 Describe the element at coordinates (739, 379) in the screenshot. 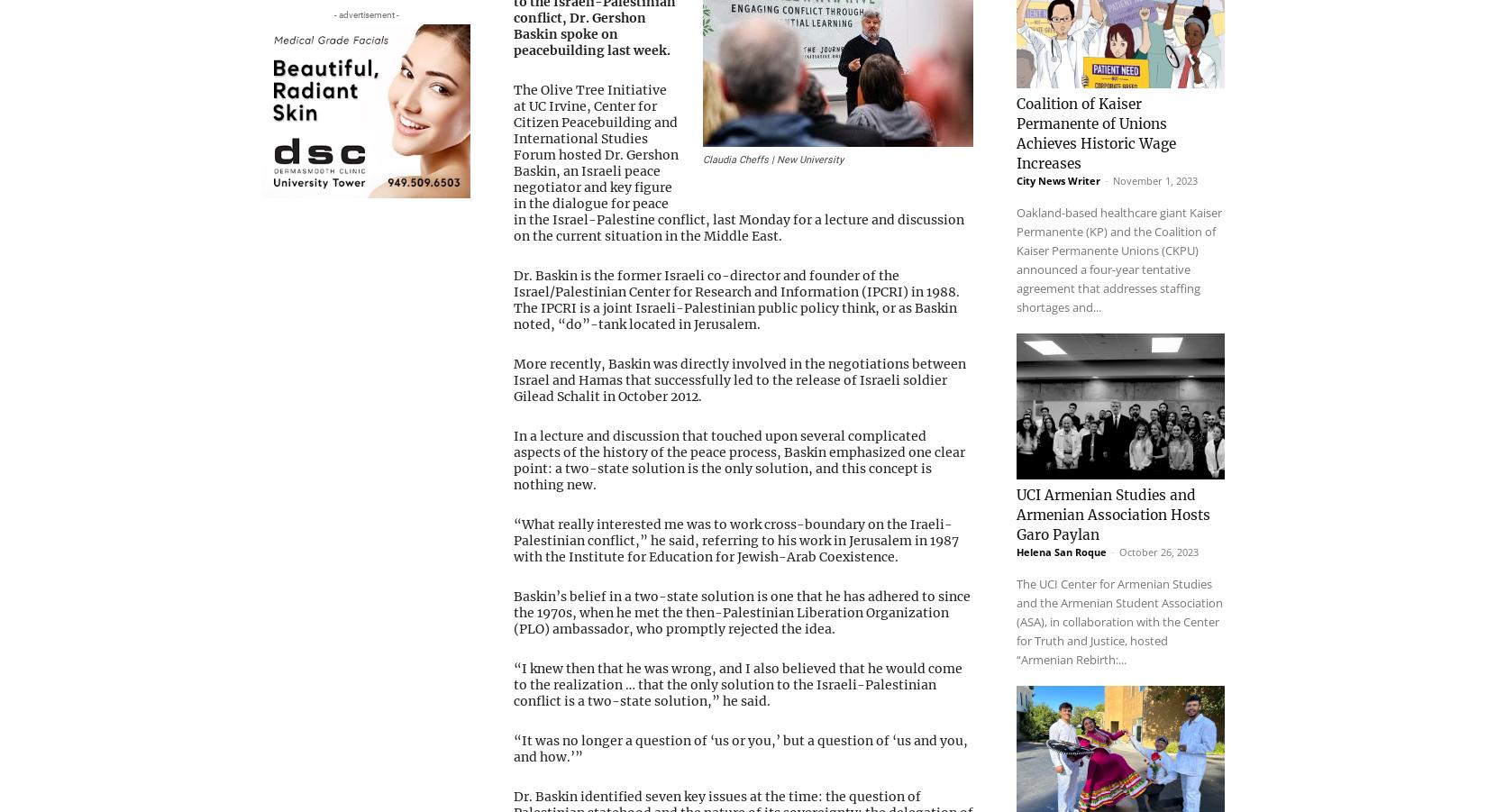

I see `'More recently, Baskin was directly involved in the negotiations between Israel and Hamas that successfully led to the release of Israeli soldier Gilead Schalit in October 2012.'` at that location.